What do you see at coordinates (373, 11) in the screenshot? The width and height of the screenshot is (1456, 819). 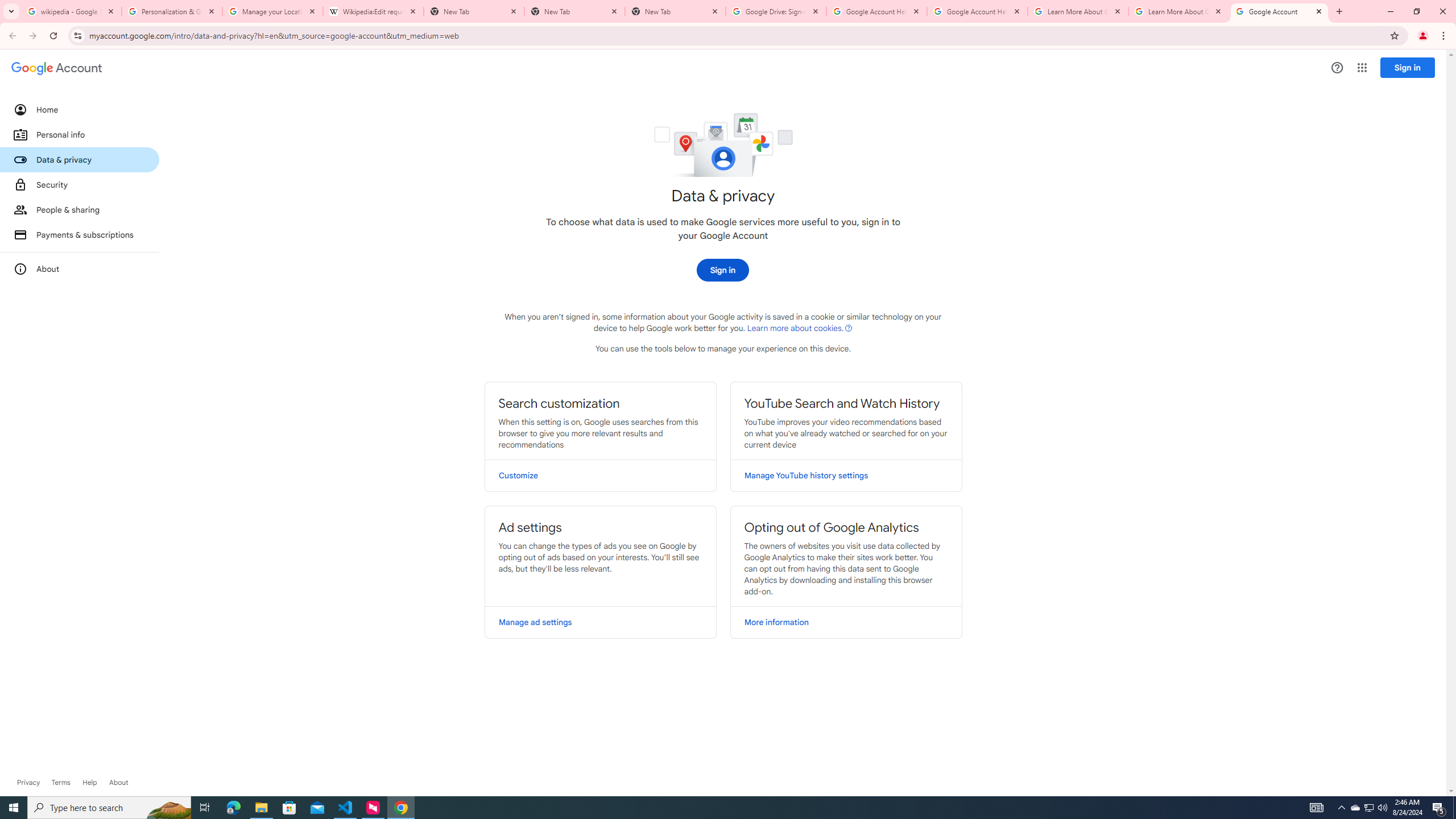 I see `'Wikipedia:Edit requests - Wikipedia'` at bounding box center [373, 11].